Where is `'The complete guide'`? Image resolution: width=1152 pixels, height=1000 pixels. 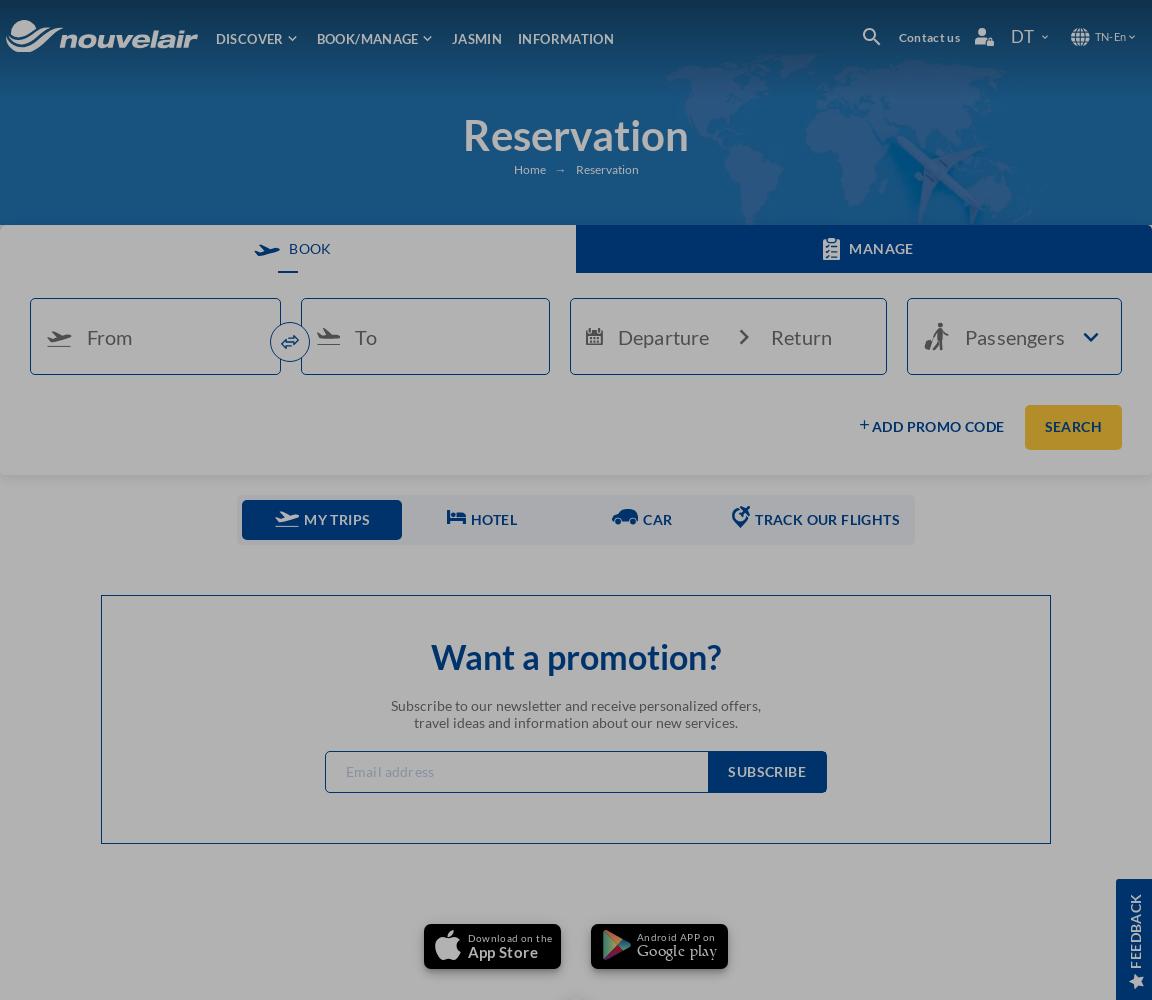 'The complete guide' is located at coordinates (802, 316).